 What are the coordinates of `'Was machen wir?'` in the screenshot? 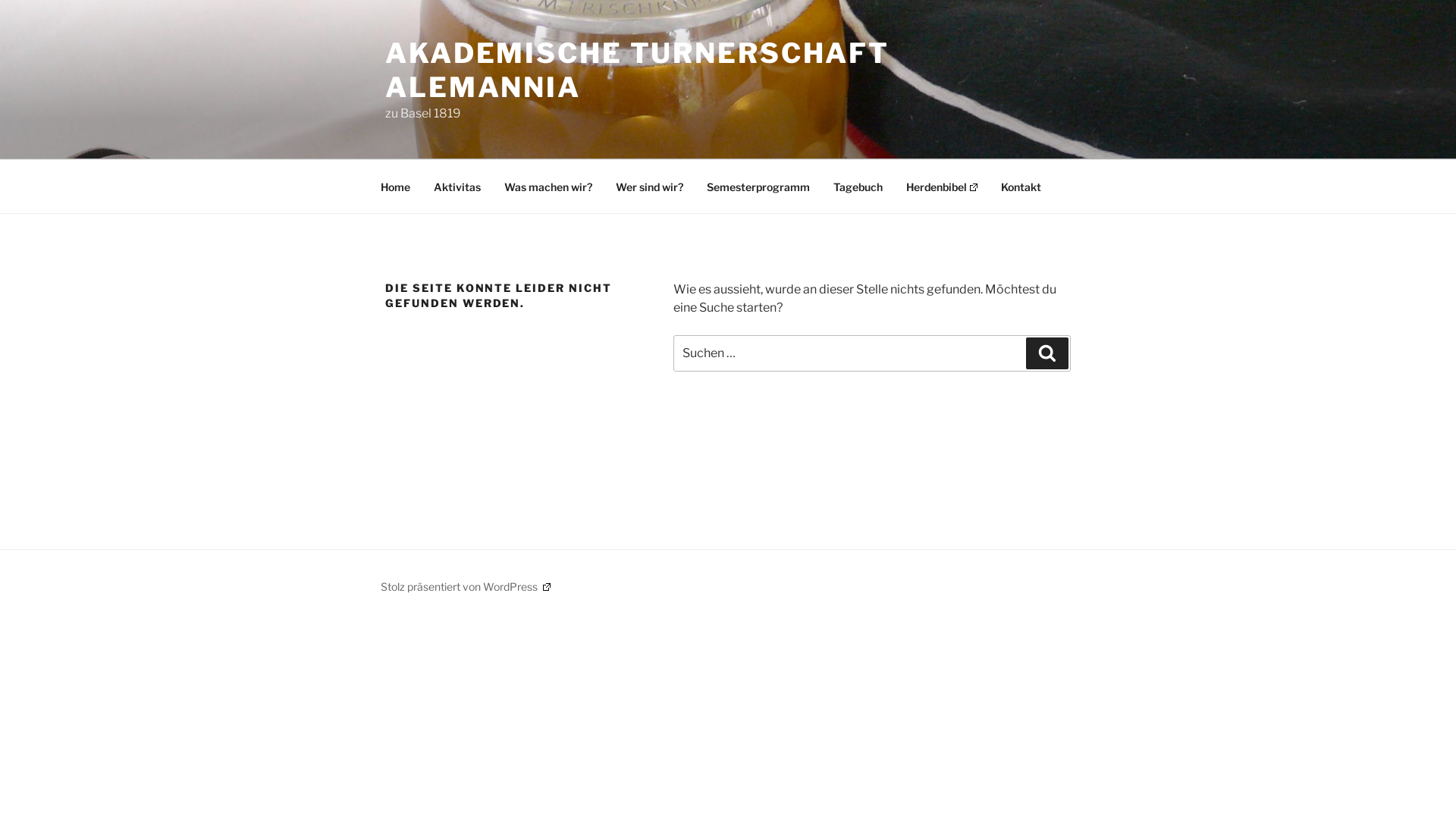 It's located at (548, 186).